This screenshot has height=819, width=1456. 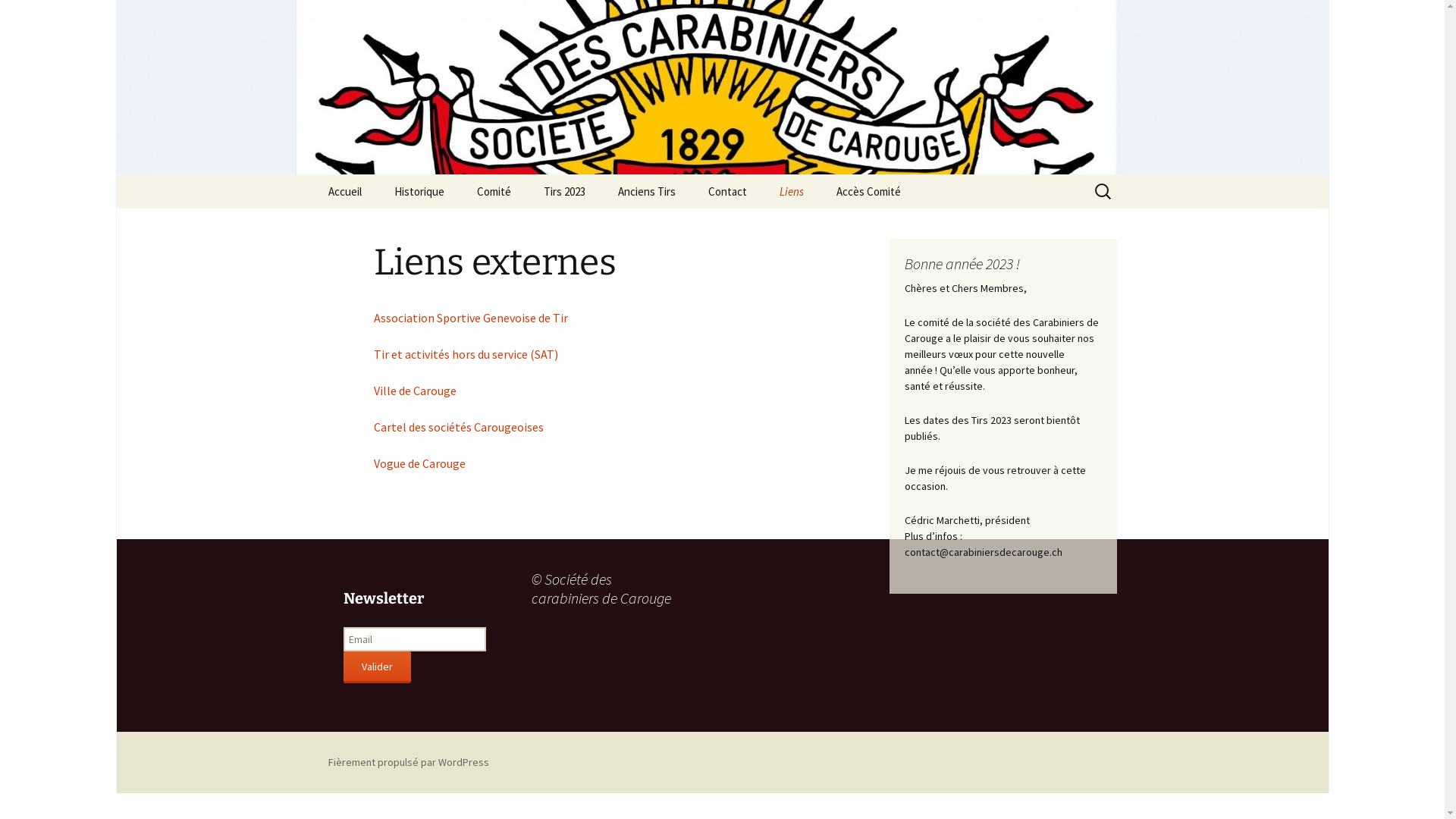 What do you see at coordinates (372, 317) in the screenshot?
I see `'Association Sportive Genevoise de Tir'` at bounding box center [372, 317].